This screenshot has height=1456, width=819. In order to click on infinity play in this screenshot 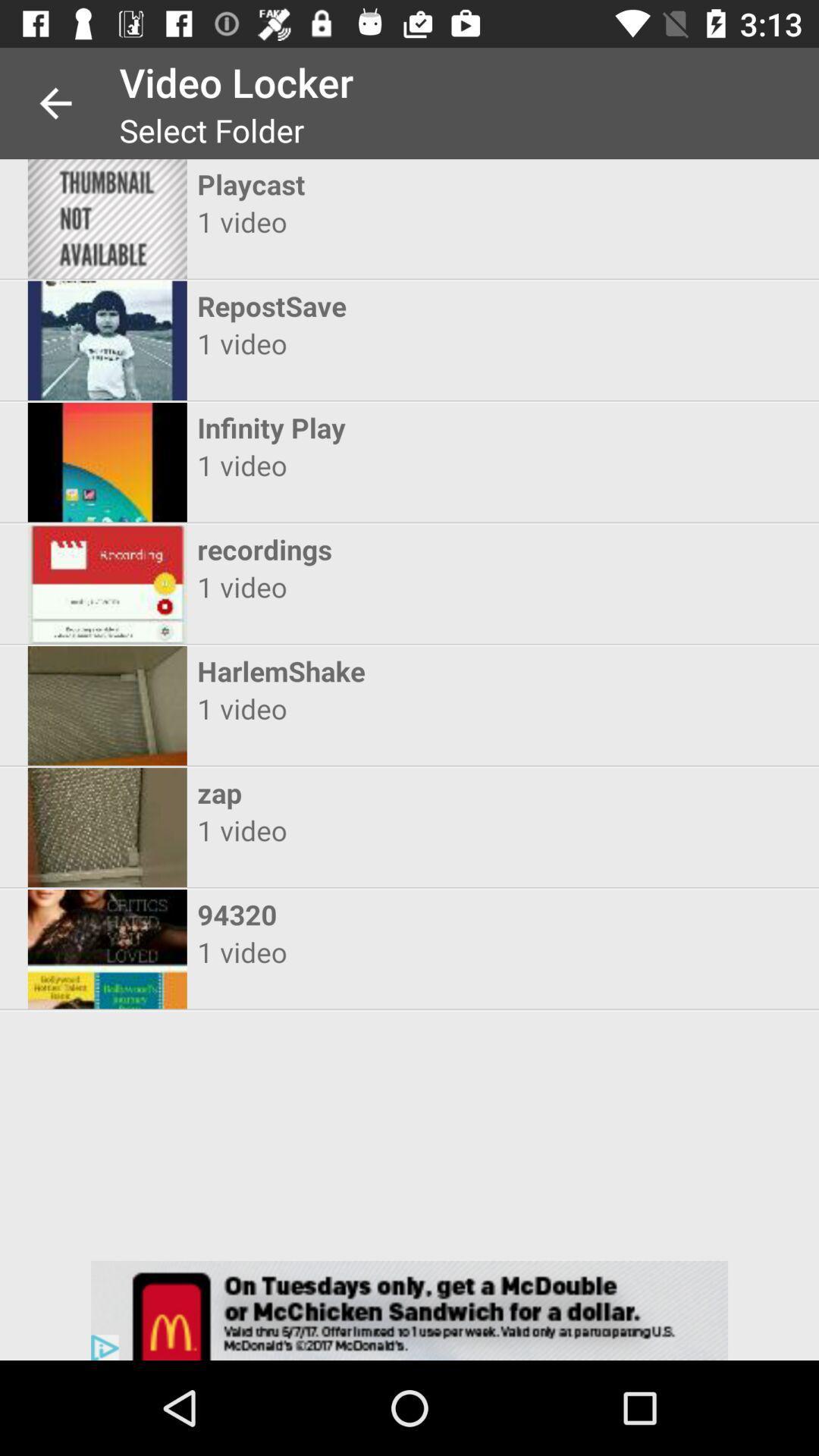, I will do `click(395, 427)`.